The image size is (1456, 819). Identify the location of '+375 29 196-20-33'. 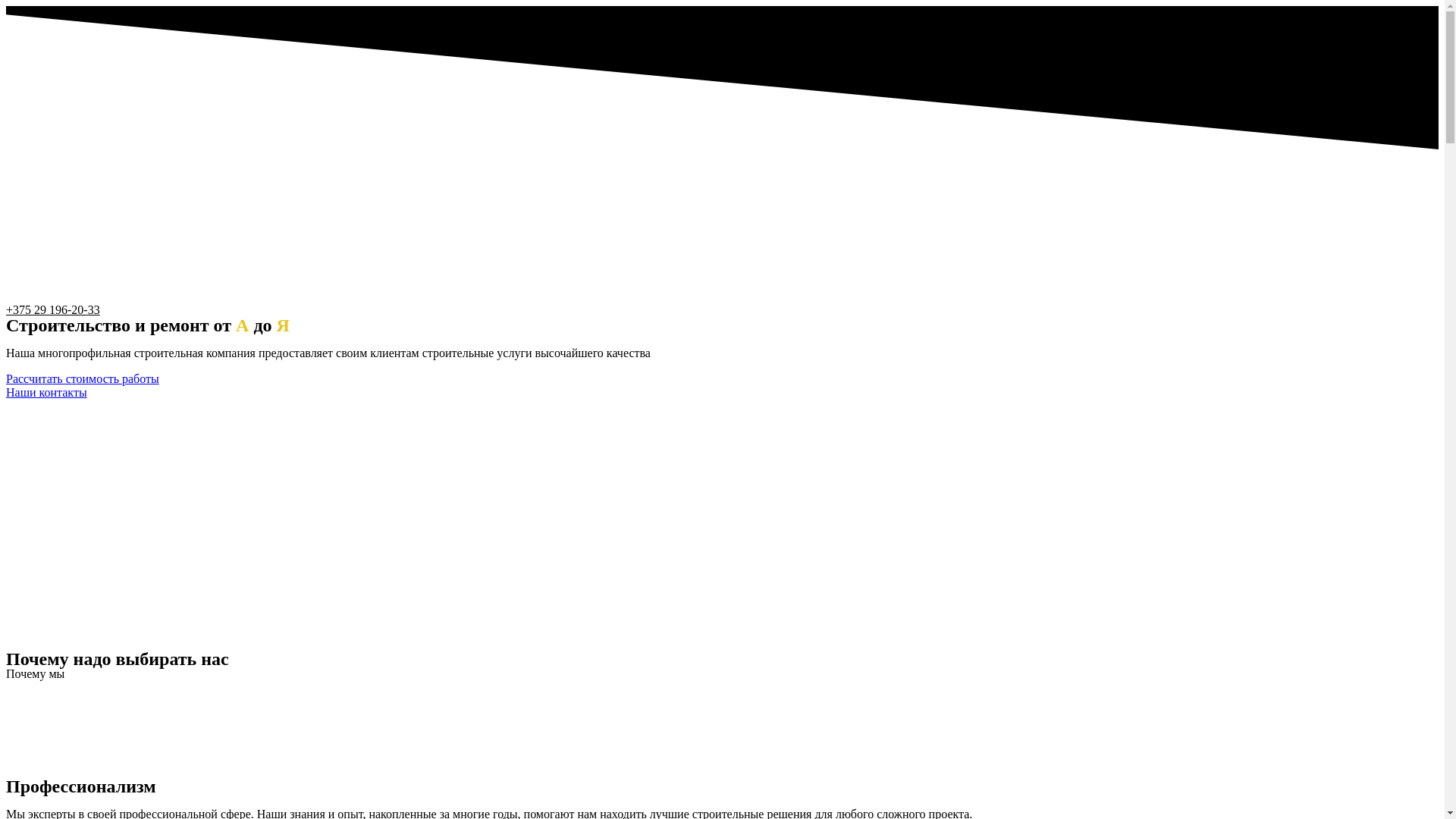
(53, 309).